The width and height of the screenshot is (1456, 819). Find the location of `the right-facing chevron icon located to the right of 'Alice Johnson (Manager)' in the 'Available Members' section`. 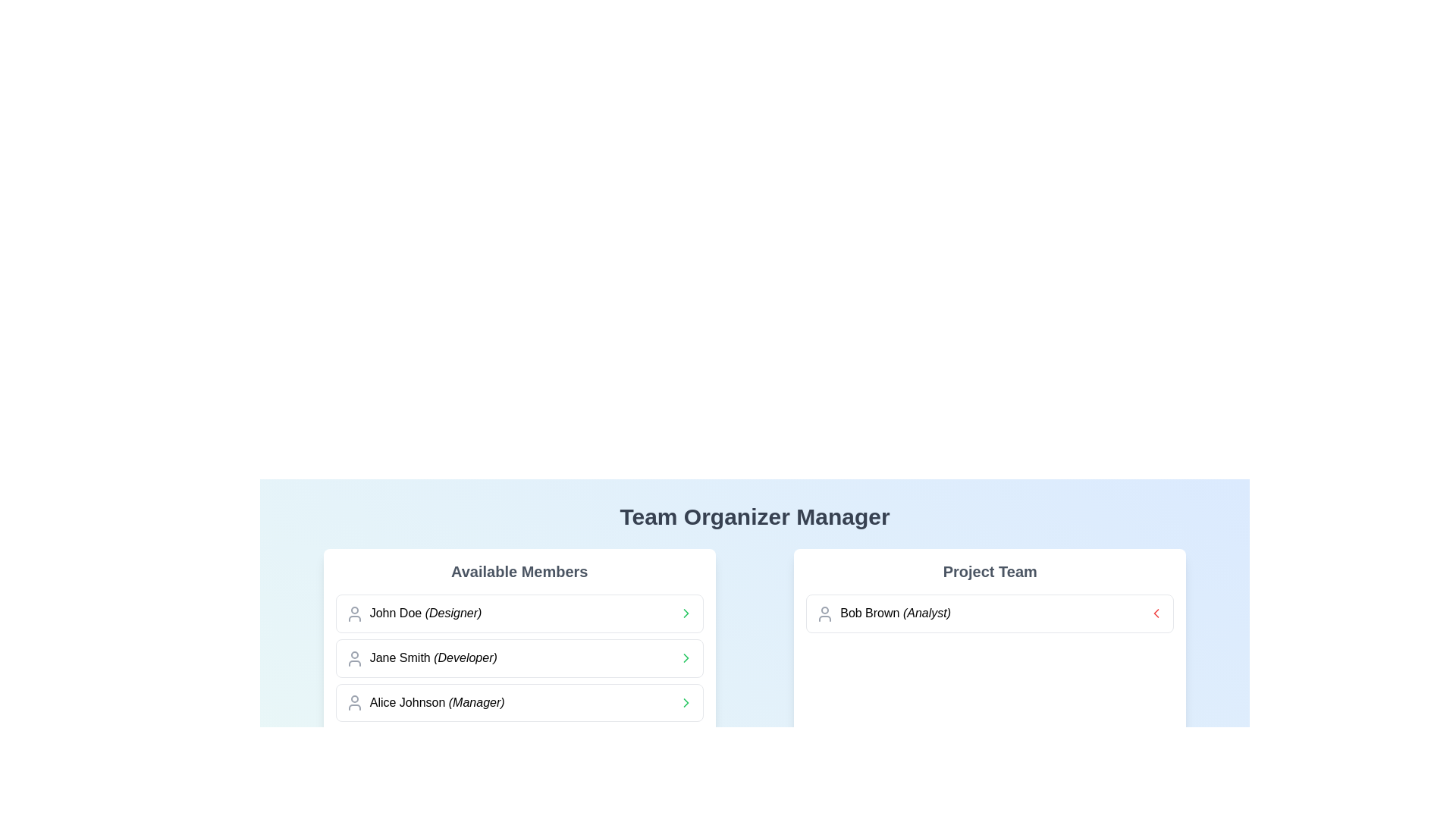

the right-facing chevron icon located to the right of 'Alice Johnson (Manager)' in the 'Available Members' section is located at coordinates (685, 613).